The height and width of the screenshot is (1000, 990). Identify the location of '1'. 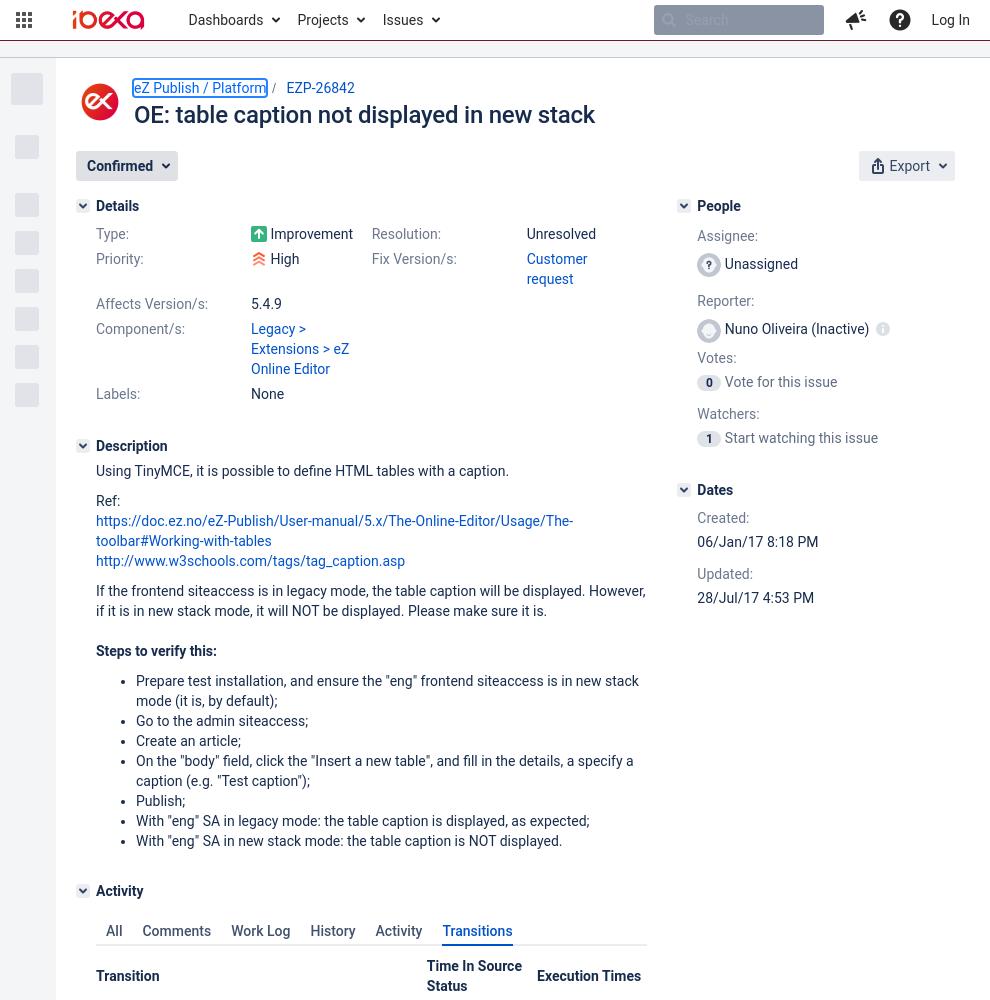
(707, 438).